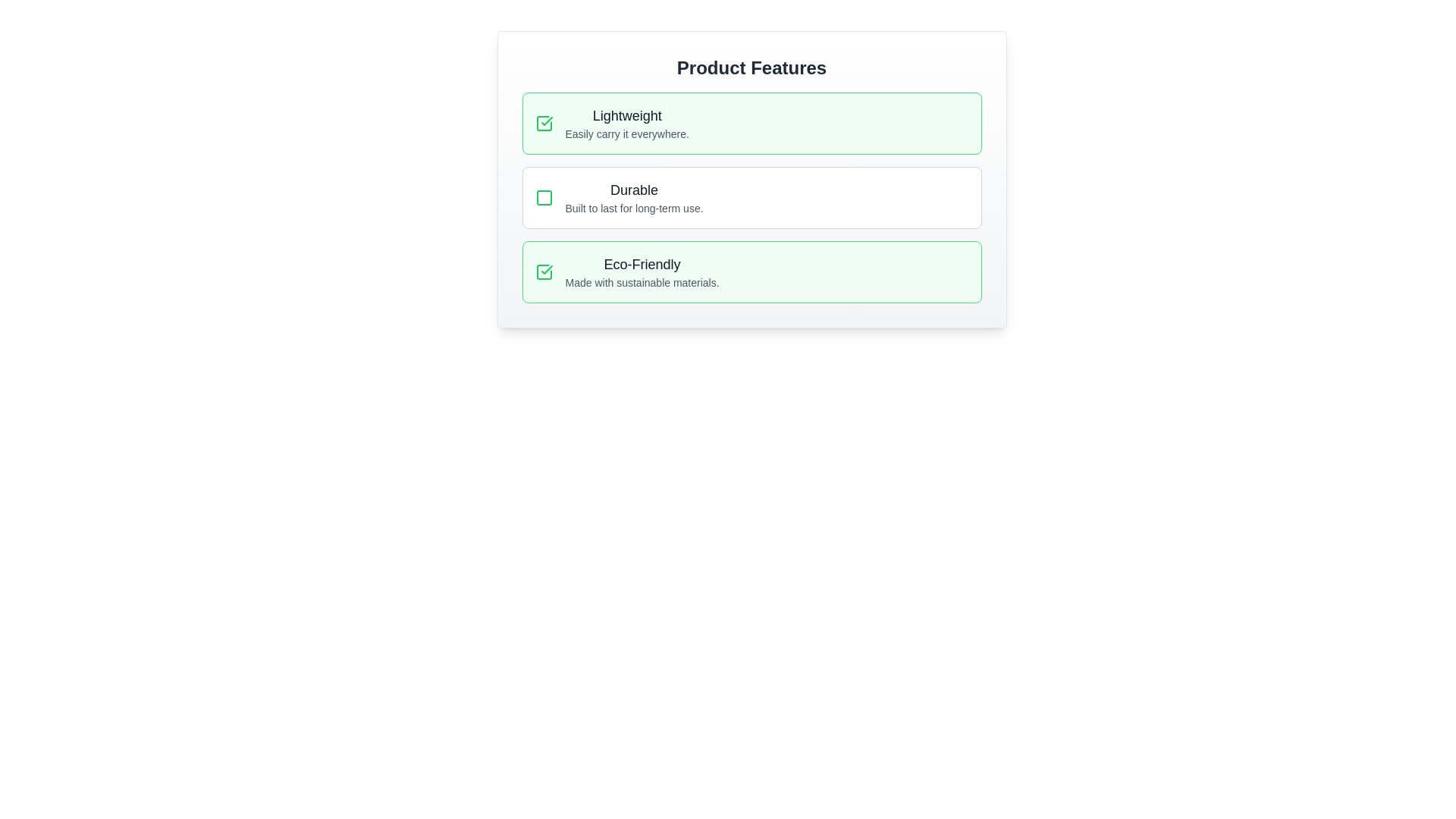 The image size is (1456, 819). What do you see at coordinates (752, 122) in the screenshot?
I see `the Informative card that highlights the product feature of being lightweight and easy to carry, located at the top of the vertical list of features` at bounding box center [752, 122].